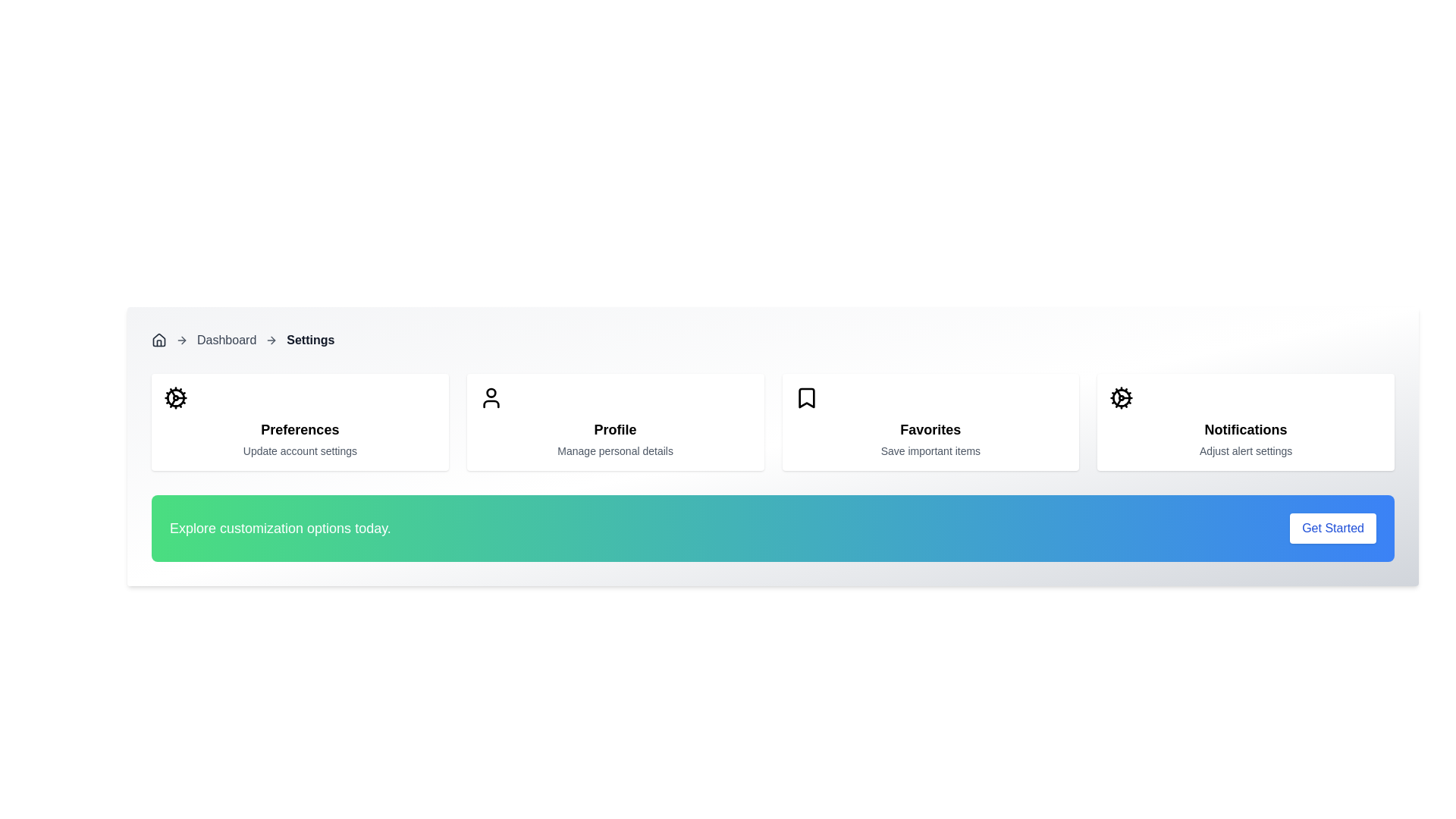  What do you see at coordinates (309, 339) in the screenshot?
I see `the 'Settings' bold text label in the breadcrumb navigation, which is displayed in dark gray or black color, indicating the current section` at bounding box center [309, 339].